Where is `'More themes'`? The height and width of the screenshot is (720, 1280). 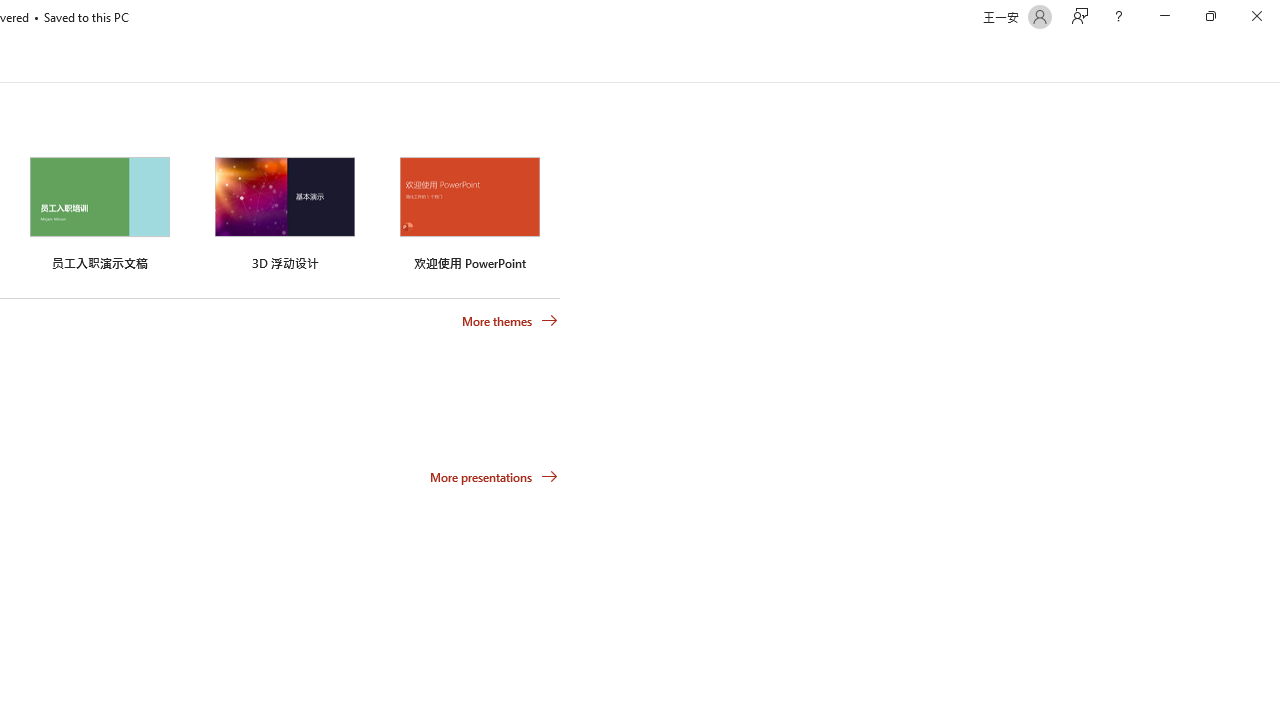 'More themes' is located at coordinates (510, 320).